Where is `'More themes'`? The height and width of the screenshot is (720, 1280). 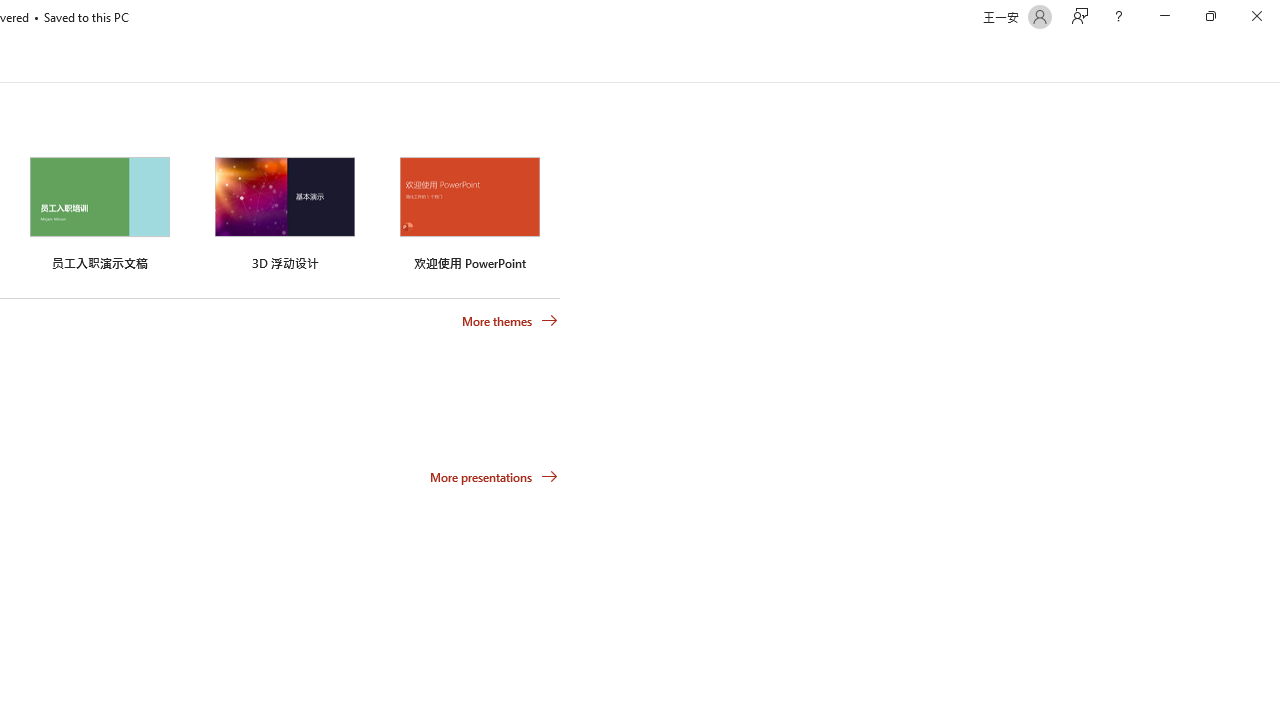 'More themes' is located at coordinates (510, 320).